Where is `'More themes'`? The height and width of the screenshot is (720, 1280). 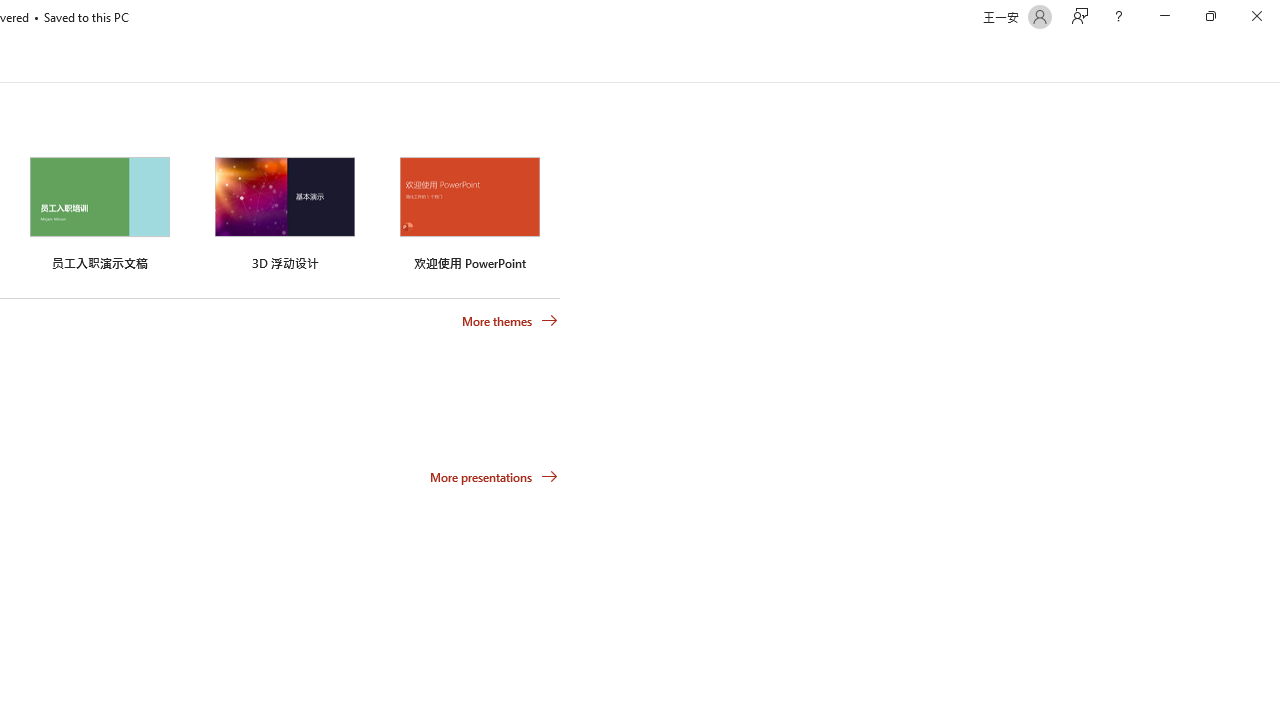 'More themes' is located at coordinates (510, 320).